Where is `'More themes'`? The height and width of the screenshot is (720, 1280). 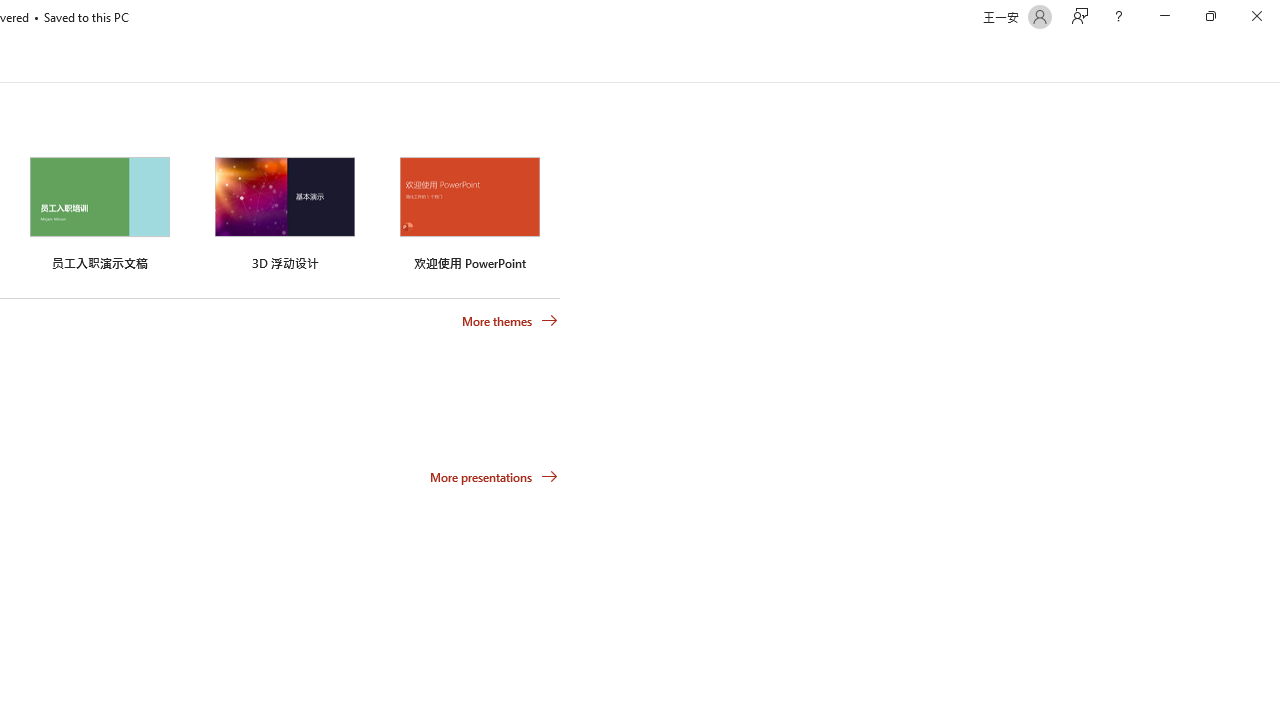 'More themes' is located at coordinates (510, 320).